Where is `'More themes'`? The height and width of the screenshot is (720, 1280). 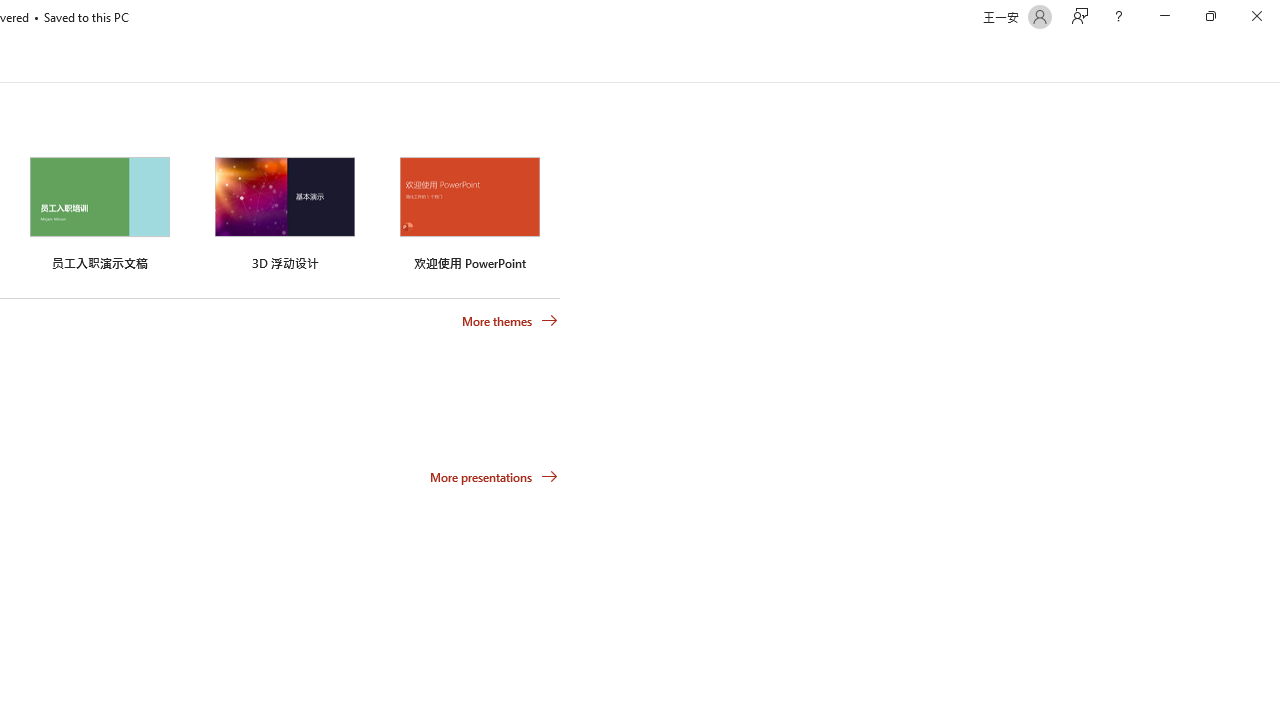 'More themes' is located at coordinates (510, 320).